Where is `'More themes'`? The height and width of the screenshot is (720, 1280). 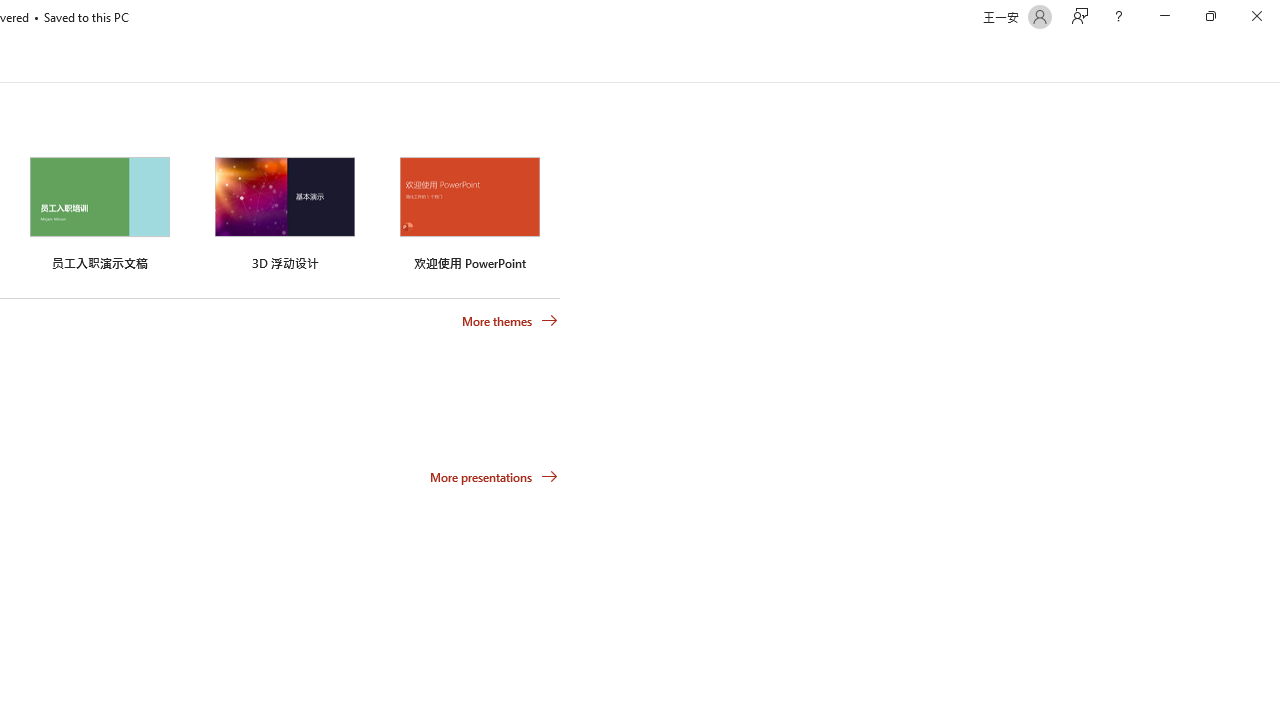 'More themes' is located at coordinates (510, 320).